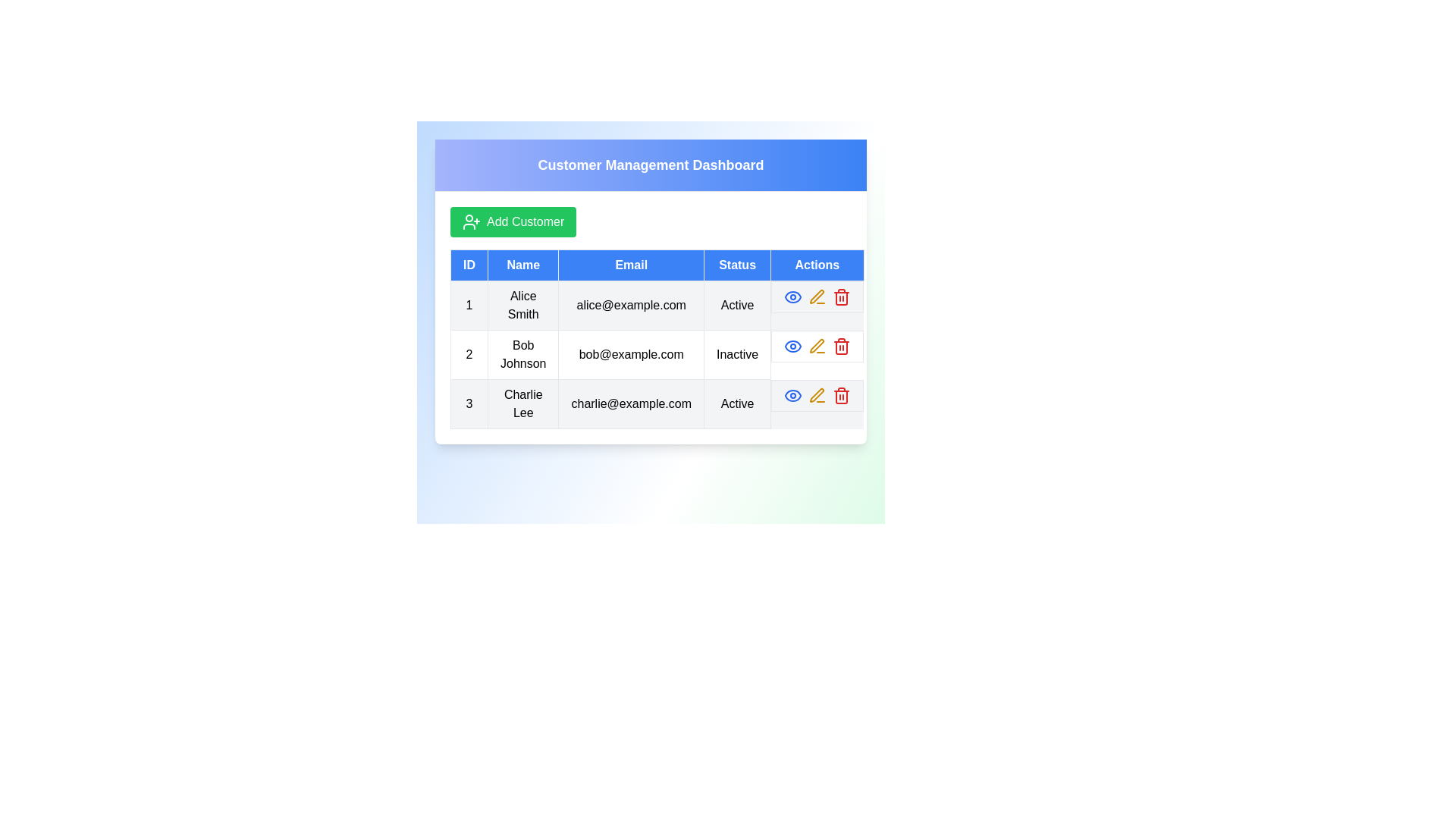 This screenshot has height=819, width=1456. What do you see at coordinates (469, 265) in the screenshot?
I see `the column header ID to sort the data` at bounding box center [469, 265].